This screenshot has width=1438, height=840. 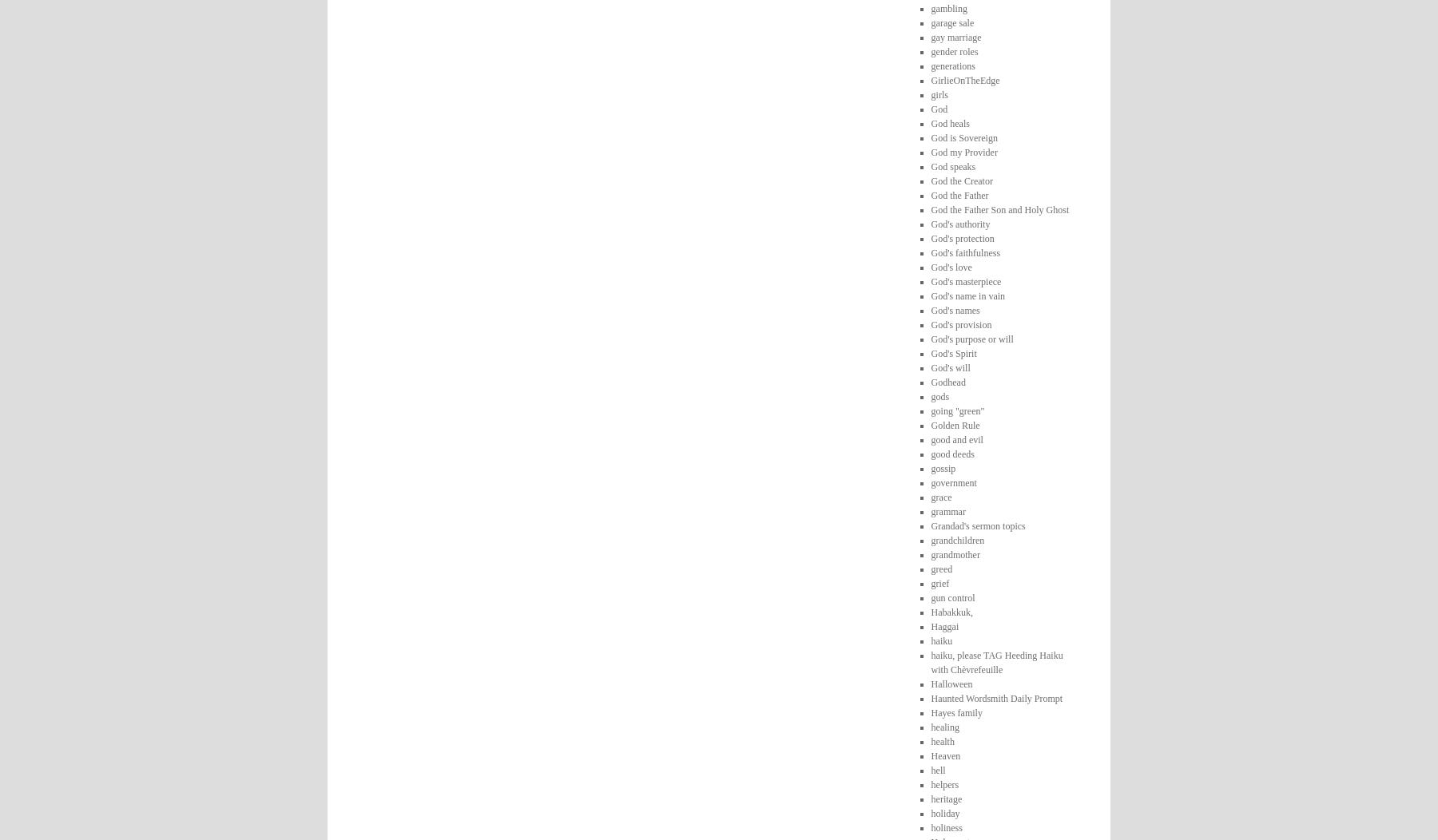 What do you see at coordinates (971, 337) in the screenshot?
I see `'God's purpose or will'` at bounding box center [971, 337].